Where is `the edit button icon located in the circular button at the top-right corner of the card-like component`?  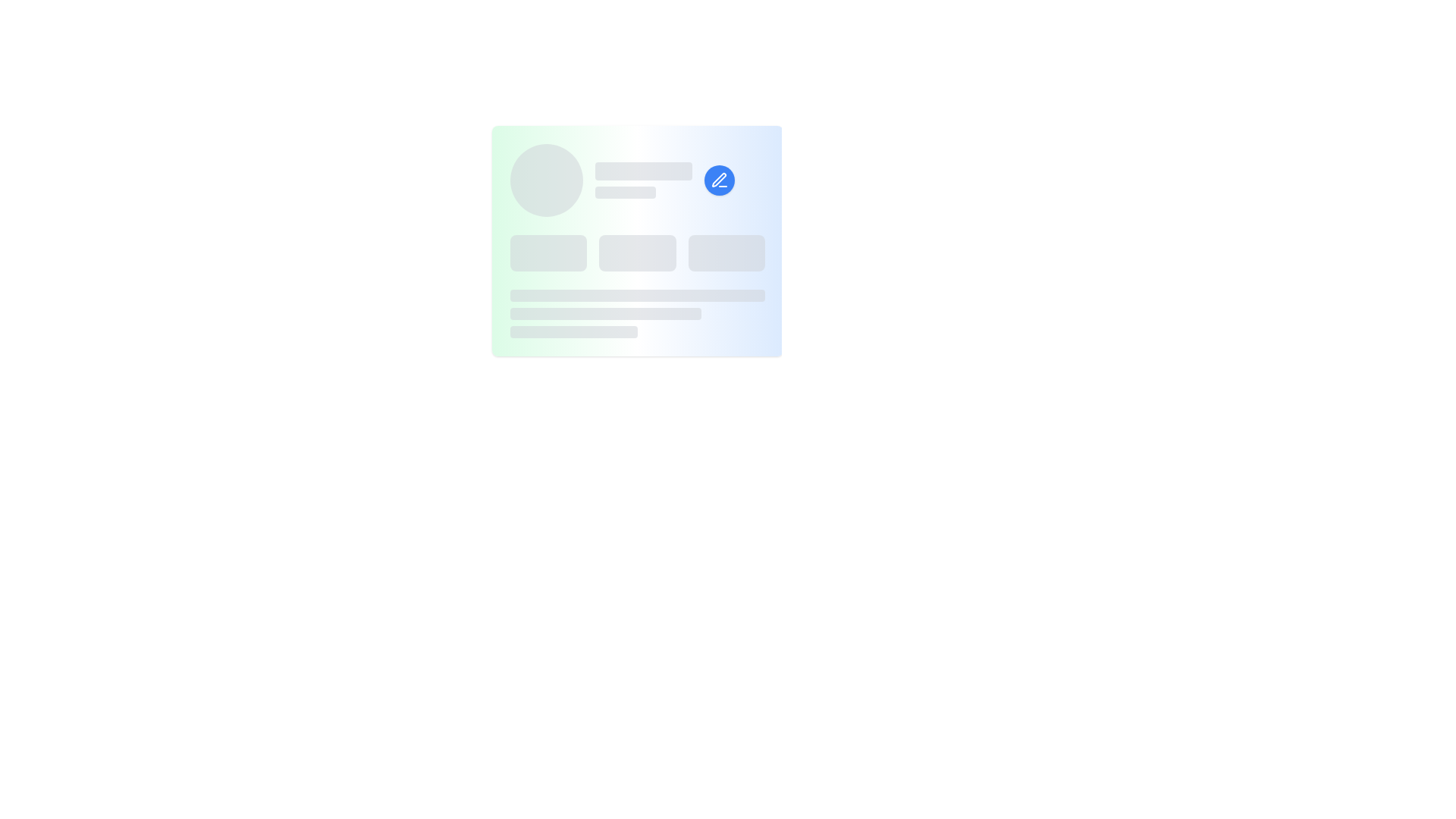 the edit button icon located in the circular button at the top-right corner of the card-like component is located at coordinates (719, 180).